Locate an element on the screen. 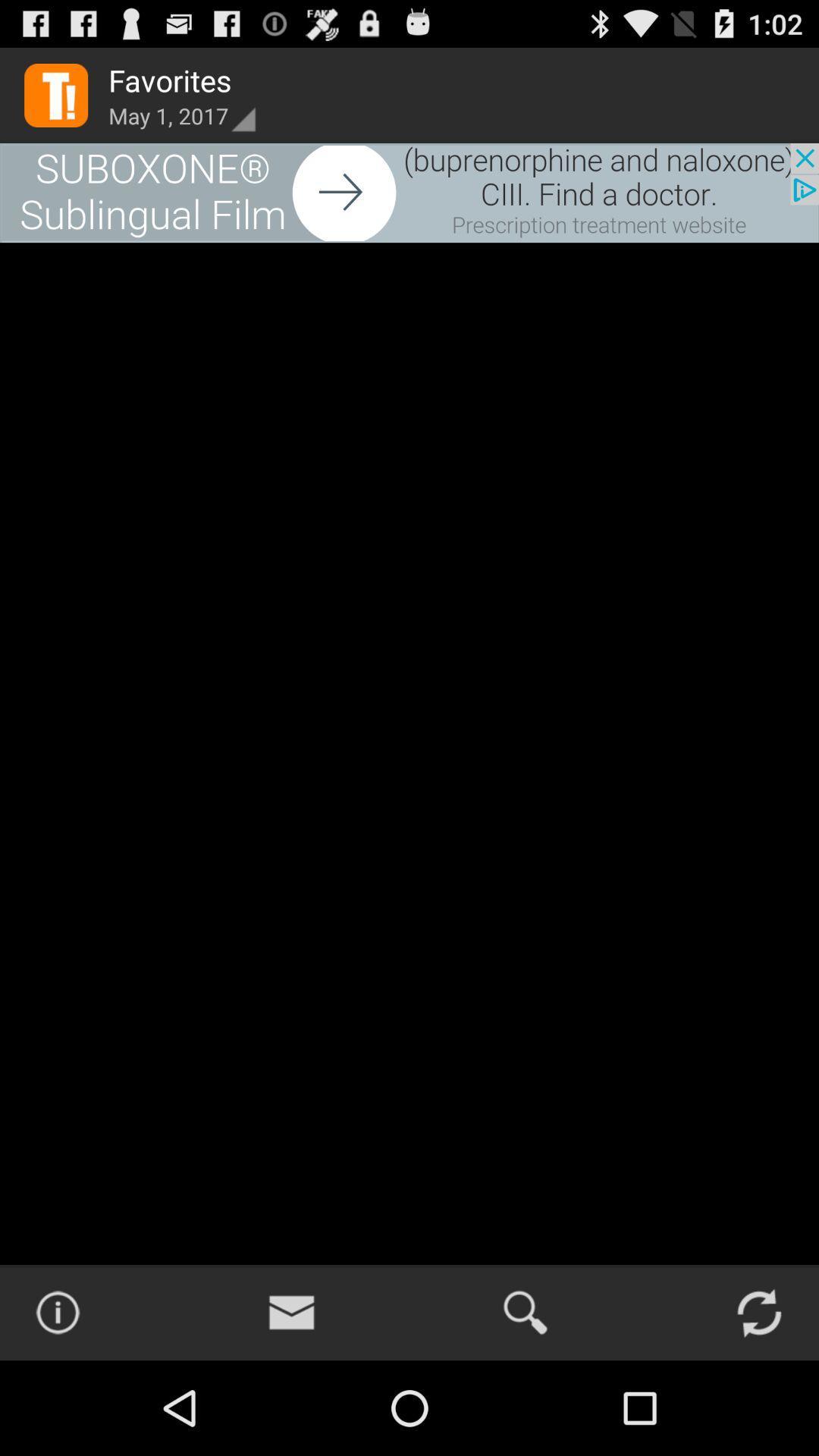  the advertised website is located at coordinates (409, 192).